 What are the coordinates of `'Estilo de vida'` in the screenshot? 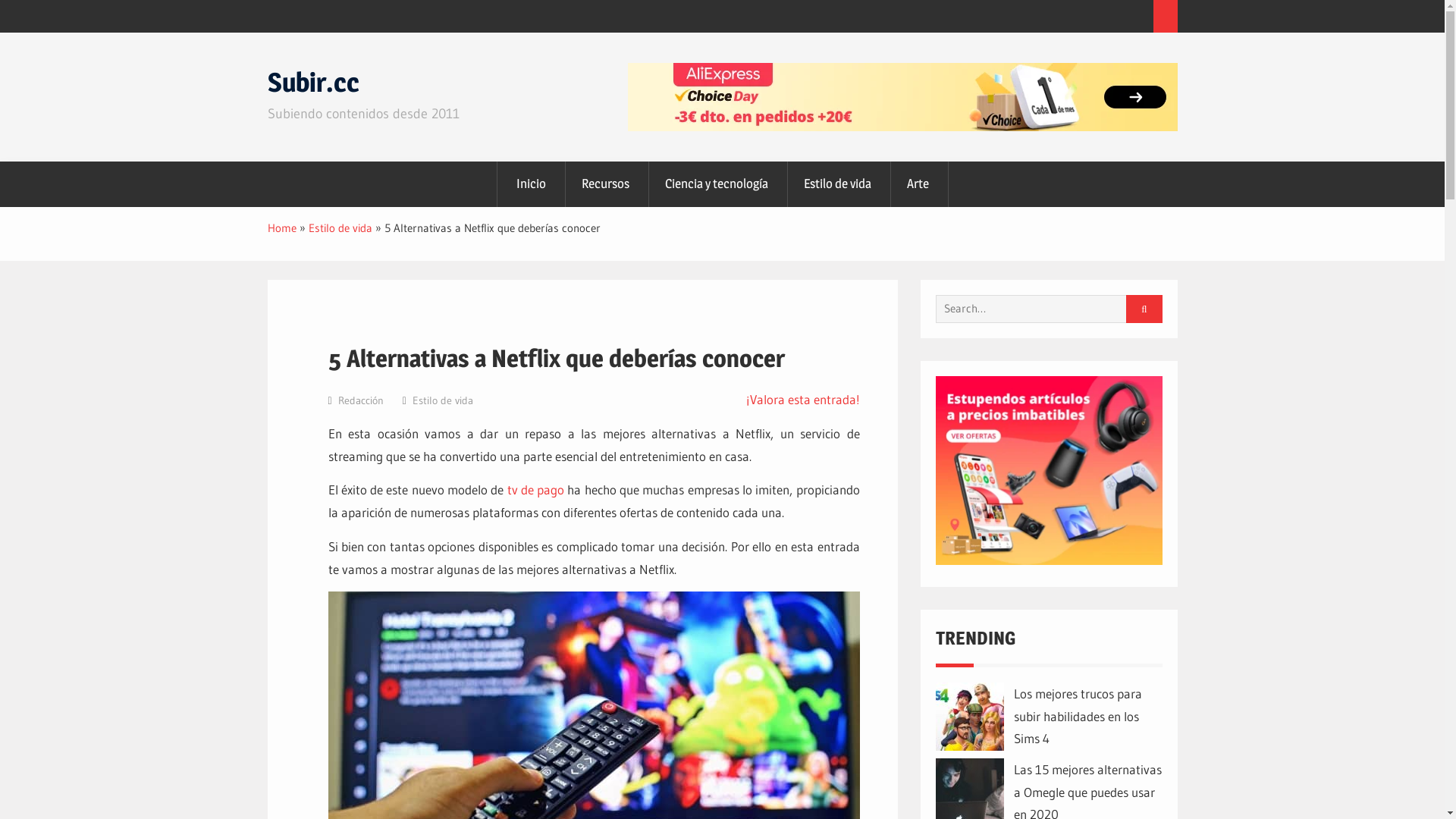 It's located at (783, 184).